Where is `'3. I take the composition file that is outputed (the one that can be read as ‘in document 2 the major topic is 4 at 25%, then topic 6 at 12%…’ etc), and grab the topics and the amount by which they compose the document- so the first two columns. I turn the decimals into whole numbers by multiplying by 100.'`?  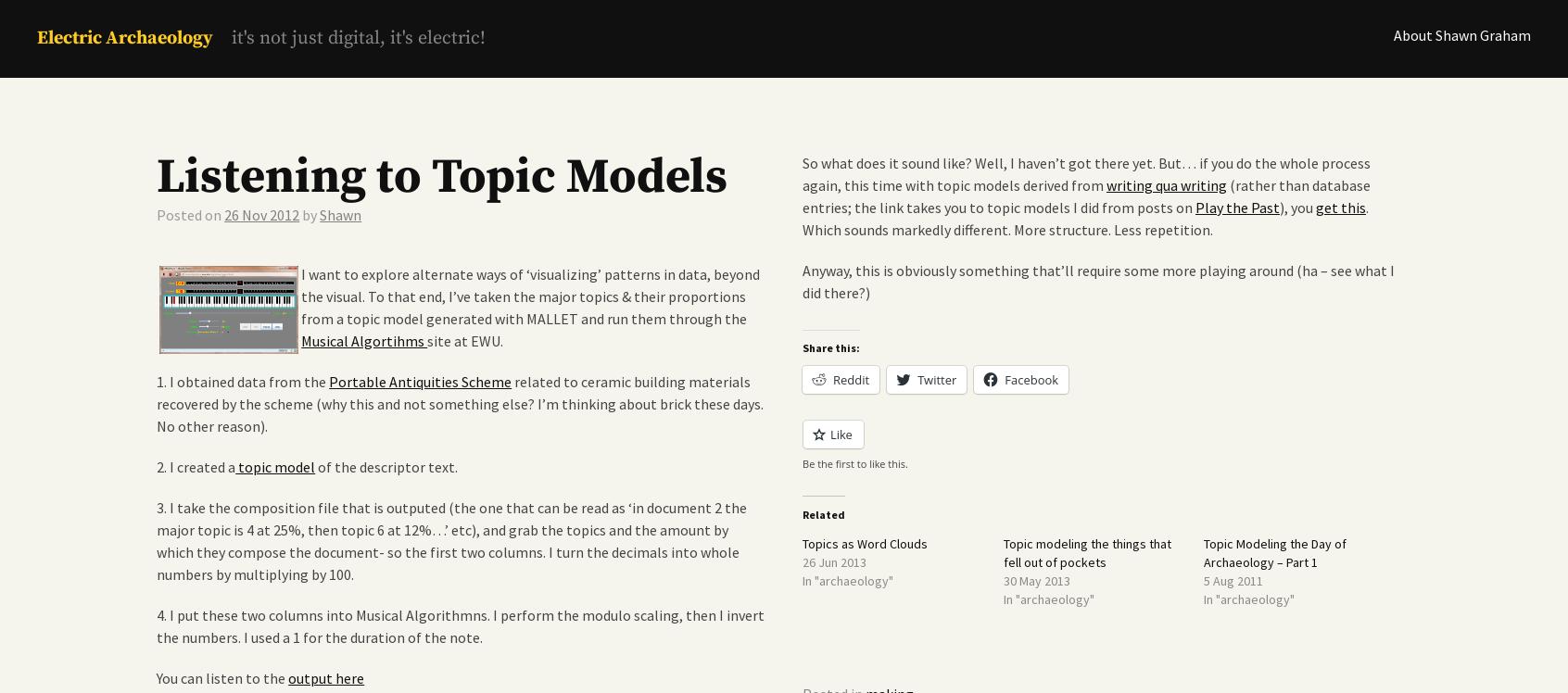 '3. I take the composition file that is outputed (the one that can be read as ‘in document 2 the major topic is 4 at 25%, then topic 6 at 12%…’ etc), and grab the topics and the amount by which they compose the document- so the first two columns. I turn the decimals into whole numbers by multiplying by 100.' is located at coordinates (156, 540).